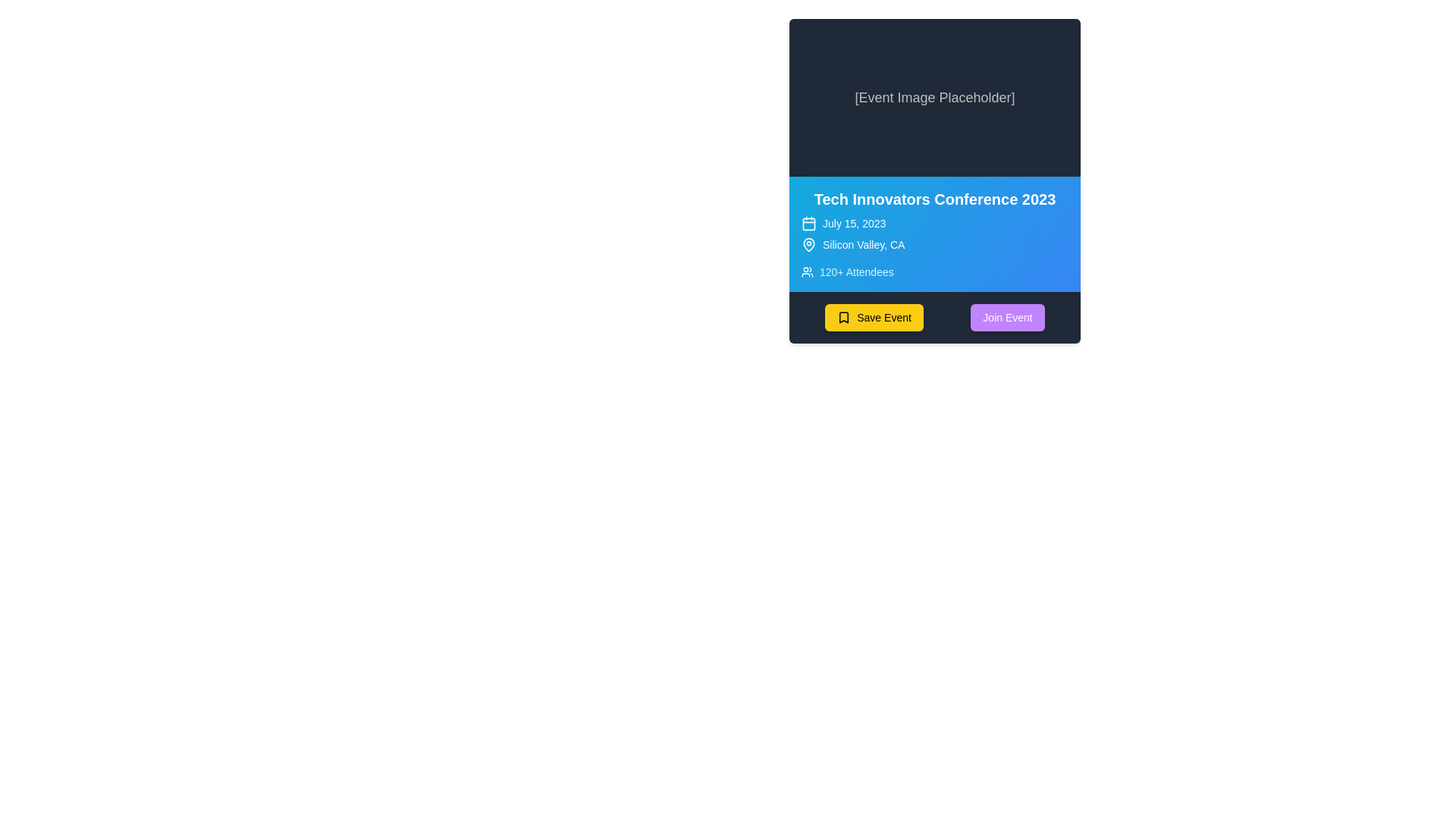 The image size is (1456, 819). What do you see at coordinates (856, 271) in the screenshot?
I see `the static text displaying the number of attendees expected at the event, positioned below the 'Silicon Valley, CA' address line and to the right of the user icon` at bounding box center [856, 271].